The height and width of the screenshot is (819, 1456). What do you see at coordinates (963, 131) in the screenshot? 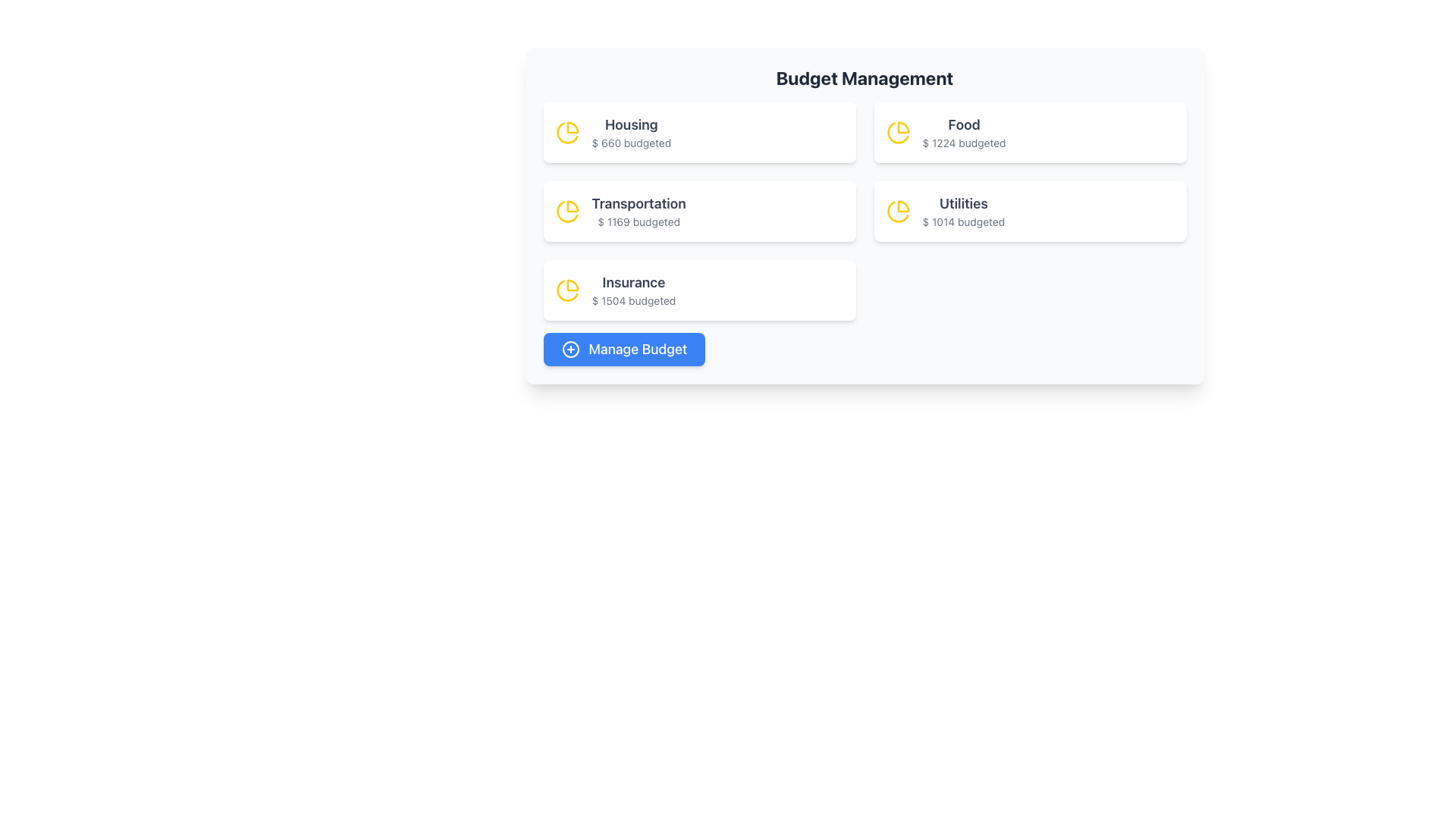
I see `textual information displayed in the Textual Information Display, which shows 'Food' in bold and '$ 1224 budgeted' below it` at bounding box center [963, 131].